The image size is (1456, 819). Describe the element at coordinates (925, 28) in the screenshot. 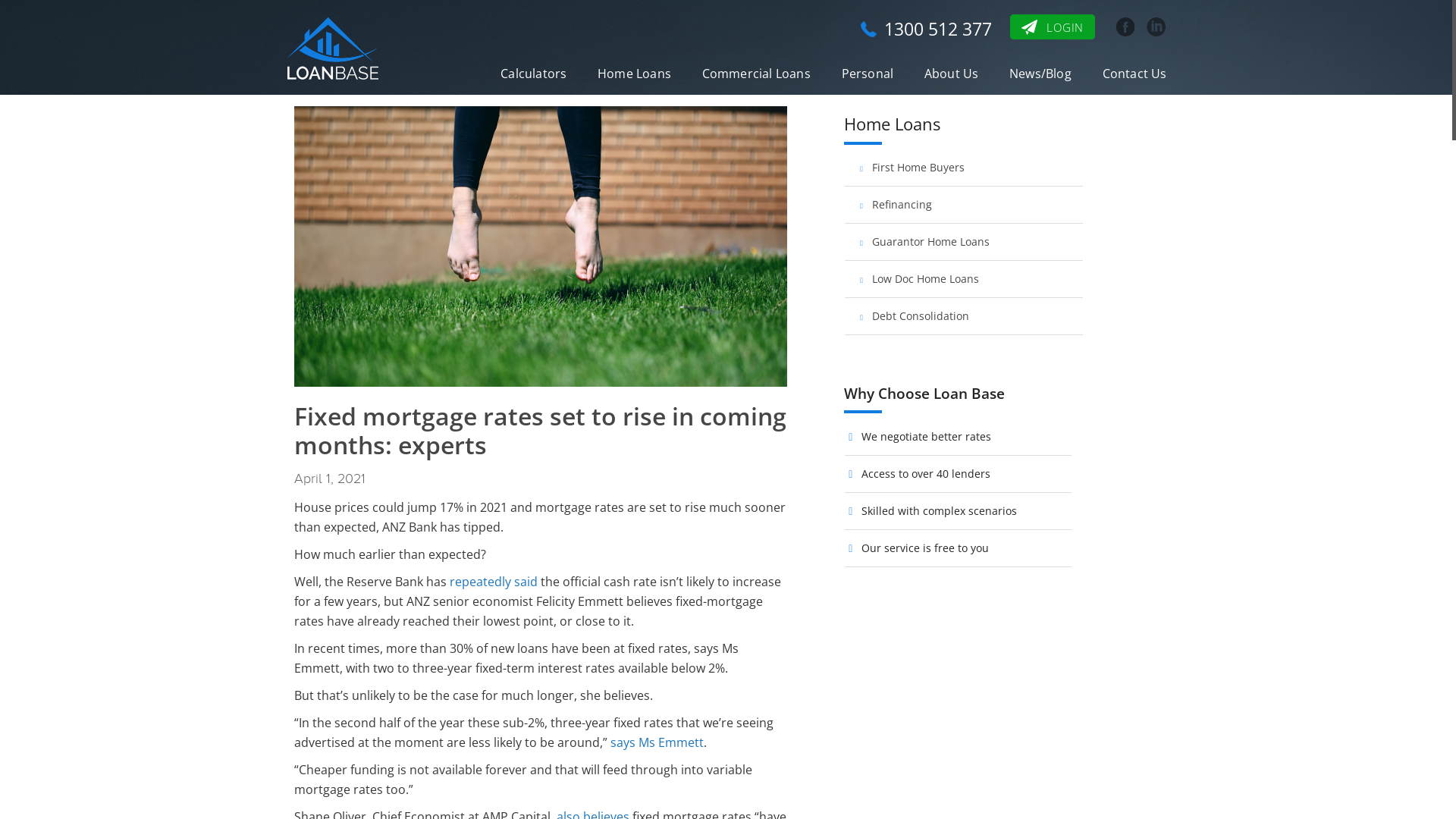

I see `'1300 512 377'` at that location.